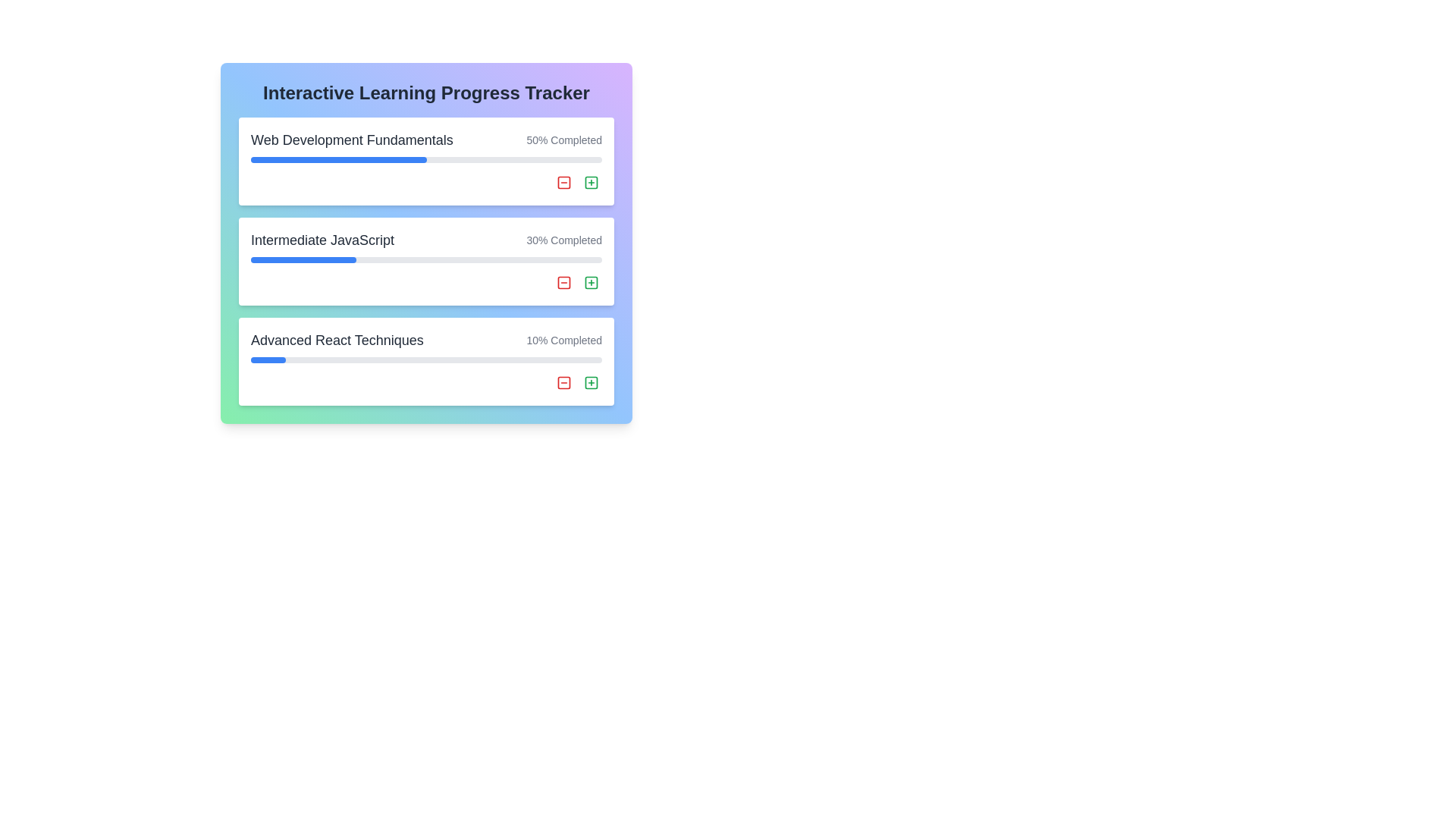  What do you see at coordinates (337, 160) in the screenshot?
I see `the Progress bar that visually represents the task completion for 'Web Development Fundamentals' which is currently at 50% completion` at bounding box center [337, 160].